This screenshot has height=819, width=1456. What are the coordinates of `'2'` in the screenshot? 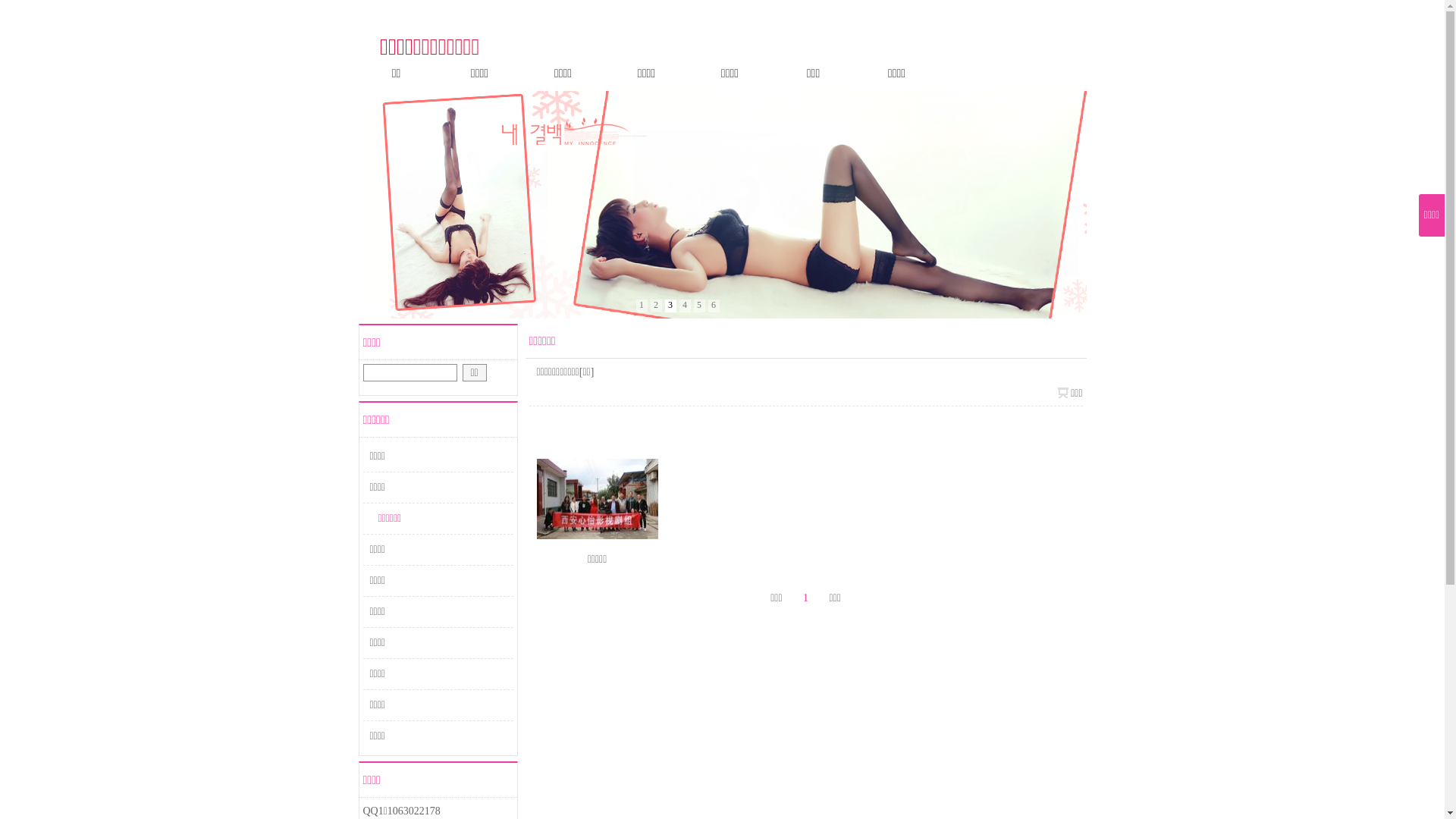 It's located at (656, 306).